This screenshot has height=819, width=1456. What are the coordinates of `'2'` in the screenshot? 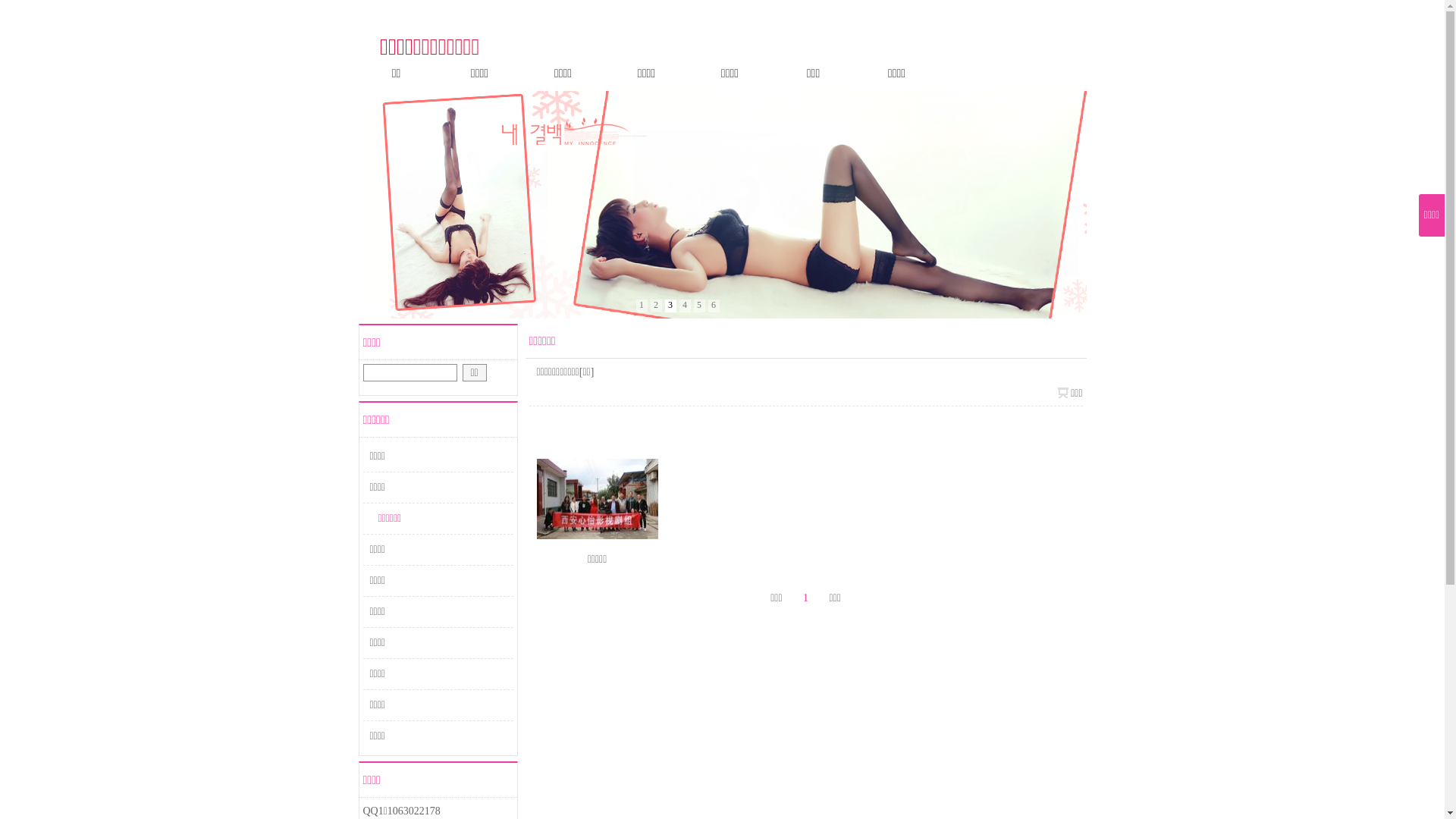 It's located at (656, 306).